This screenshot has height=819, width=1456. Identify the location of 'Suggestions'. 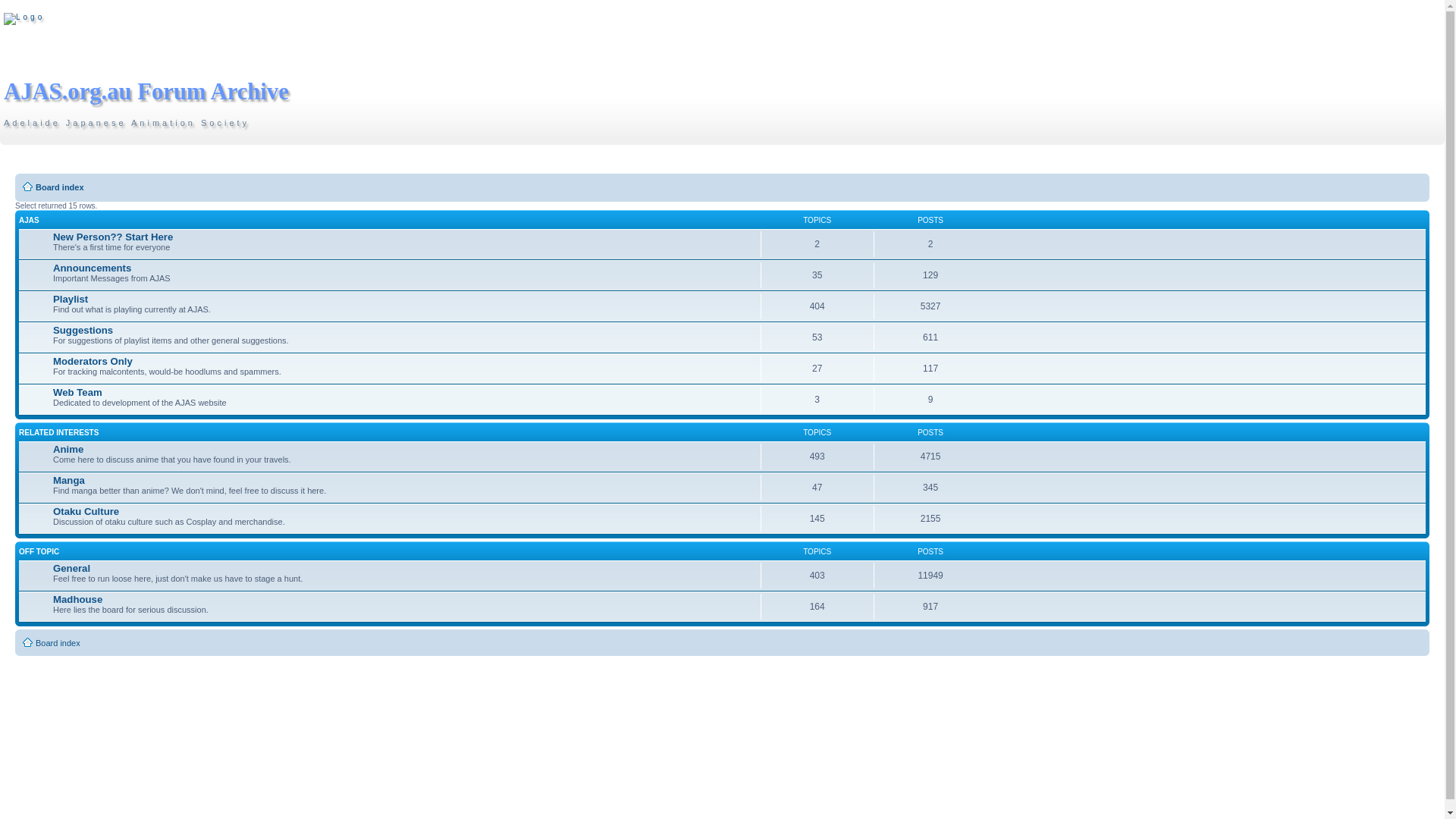
(53, 329).